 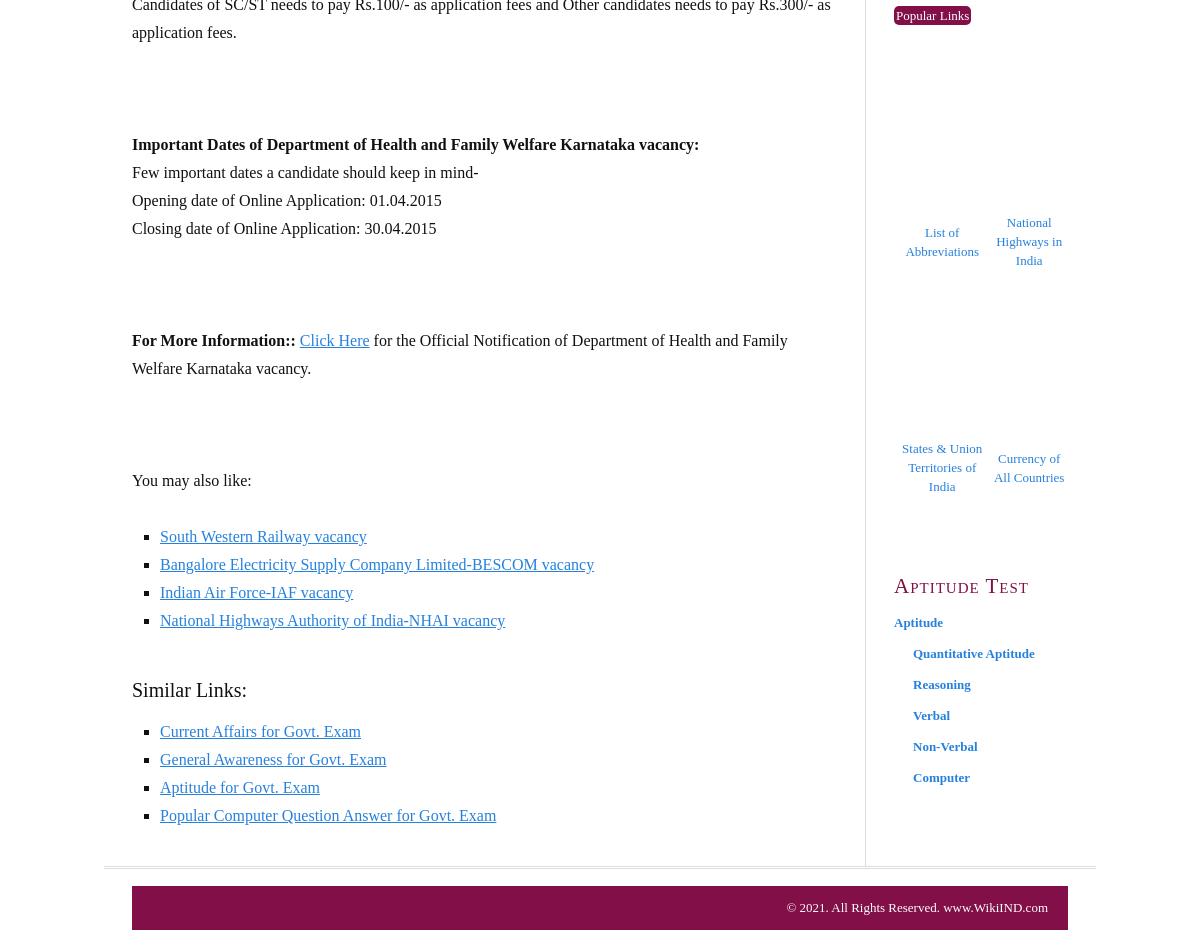 I want to click on 'General Awareness for Govt. Exam', so click(x=158, y=759).